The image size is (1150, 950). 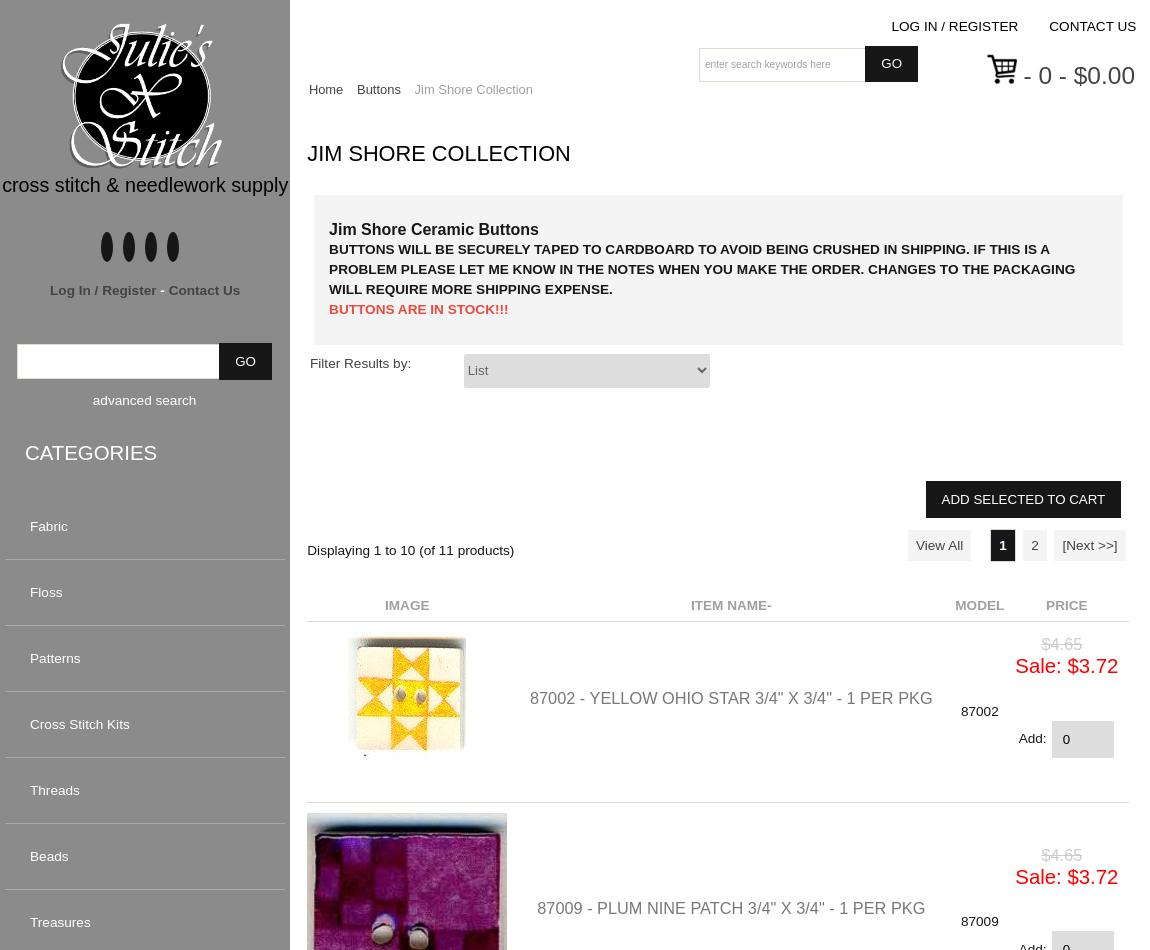 What do you see at coordinates (203, 288) in the screenshot?
I see `'Contact Us'` at bounding box center [203, 288].